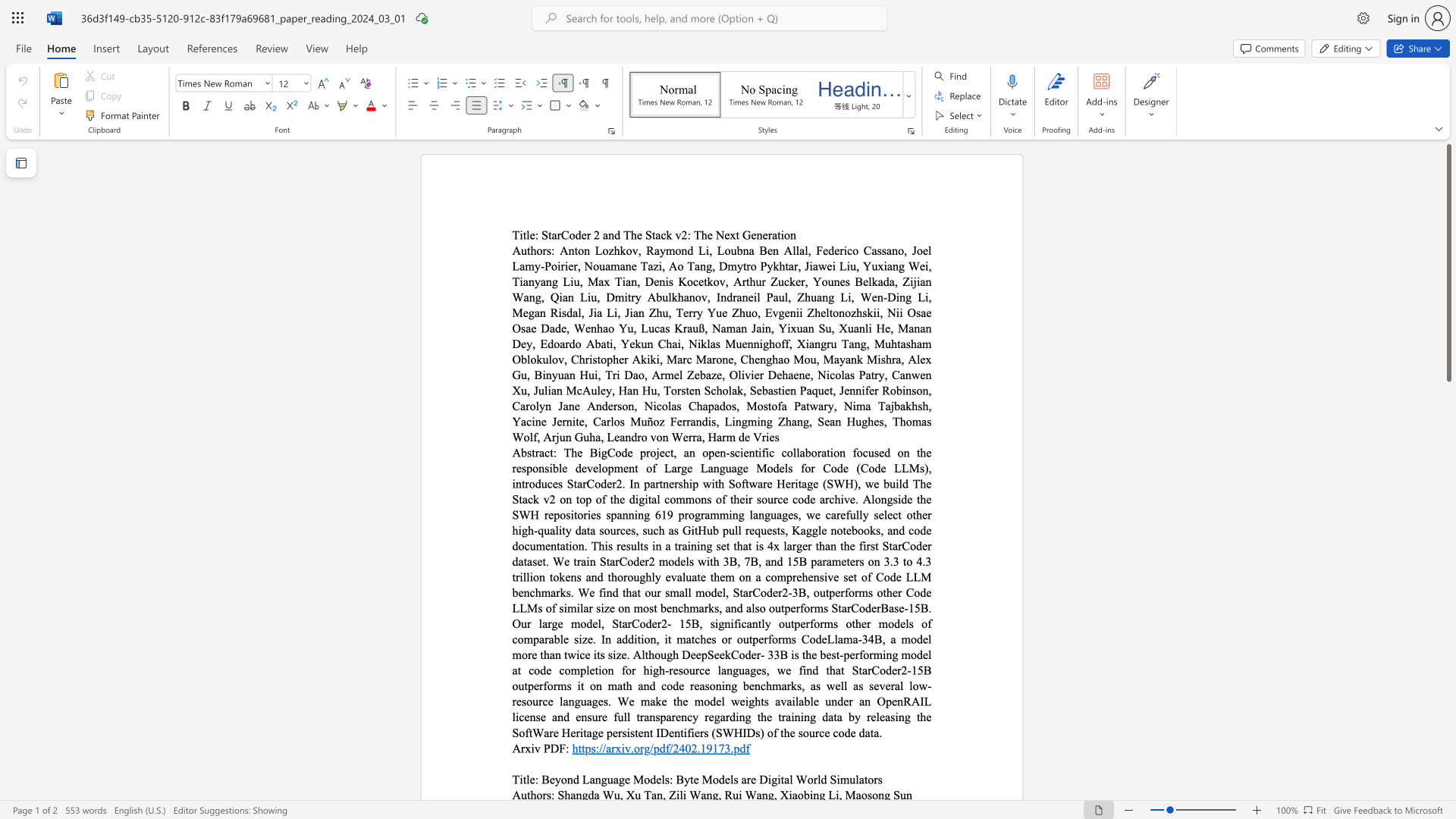 The width and height of the screenshot is (1456, 819). Describe the element at coordinates (662, 747) in the screenshot. I see `the 1th character "d" in the text` at that location.